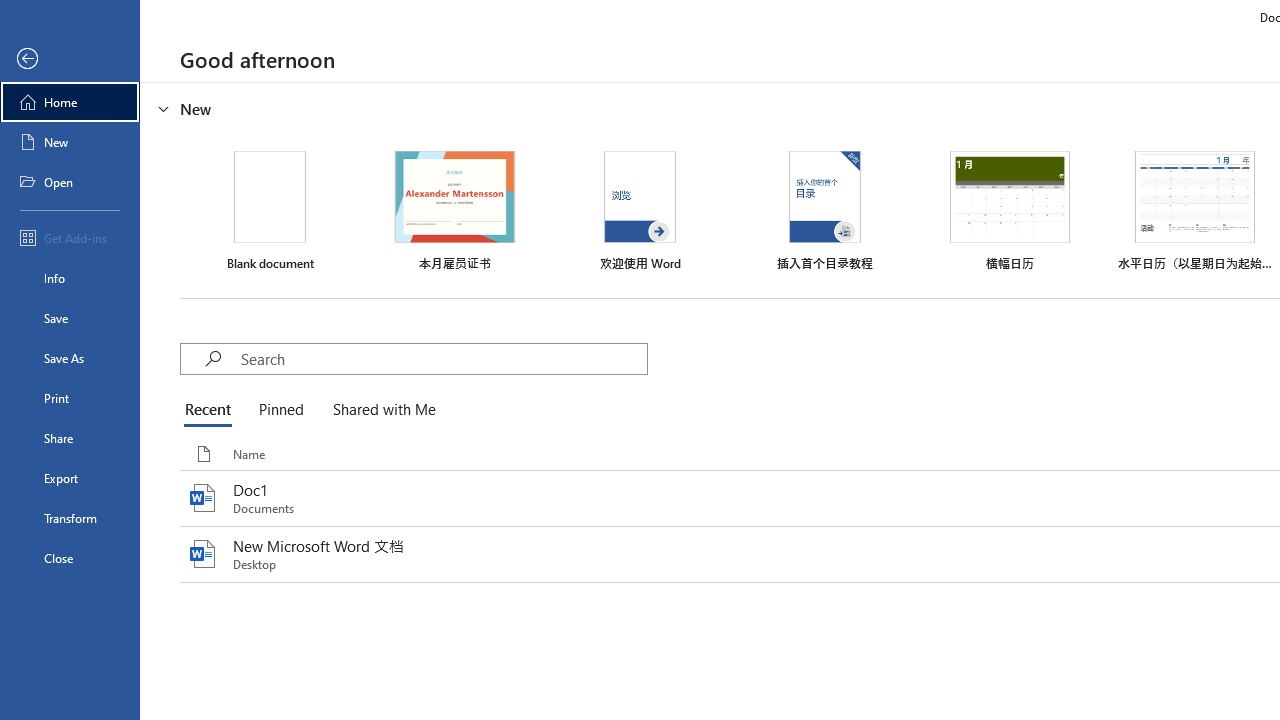 The height and width of the screenshot is (720, 1280). I want to click on 'Info', so click(69, 277).